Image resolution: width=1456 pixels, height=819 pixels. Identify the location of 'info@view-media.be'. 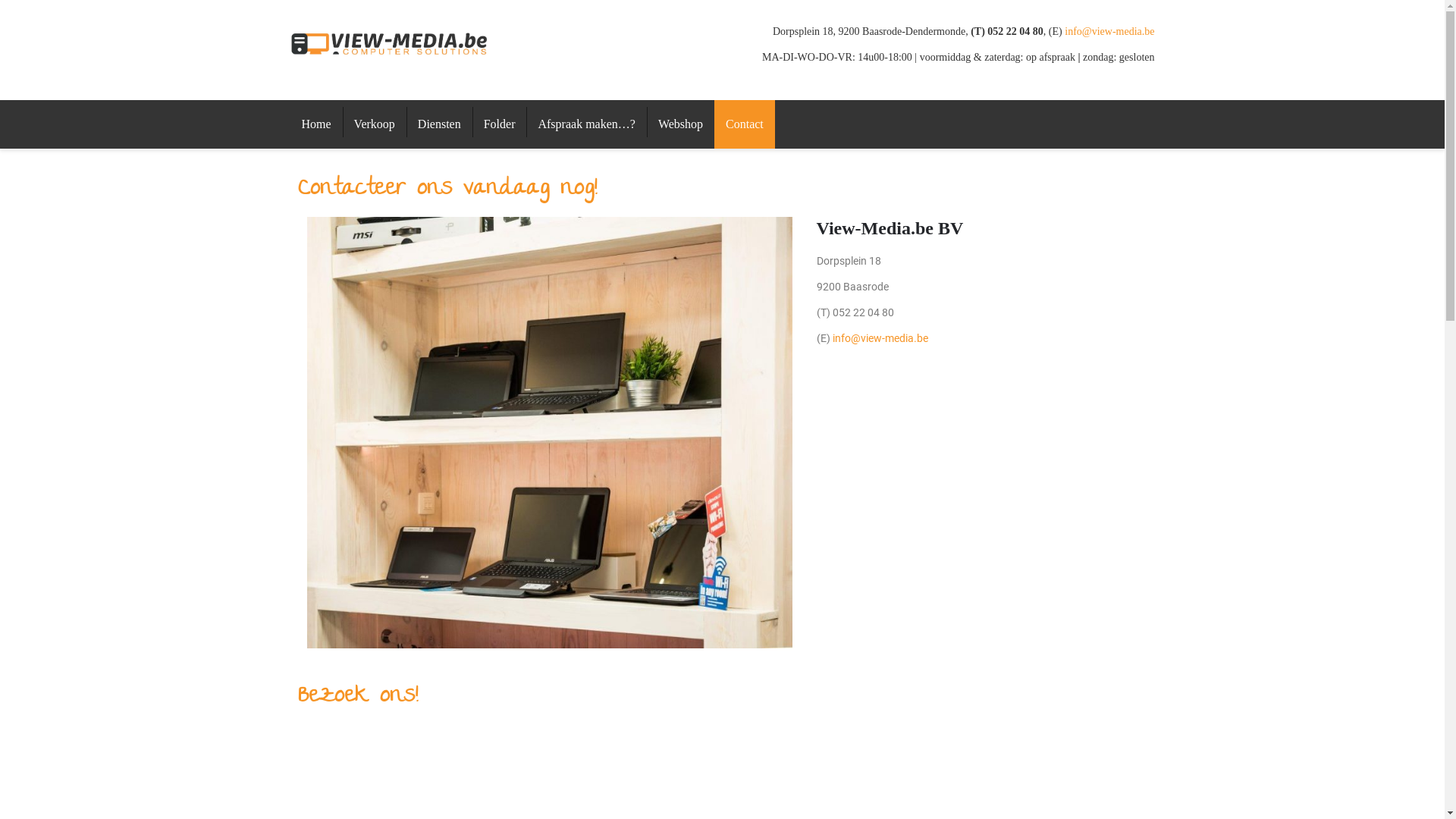
(880, 337).